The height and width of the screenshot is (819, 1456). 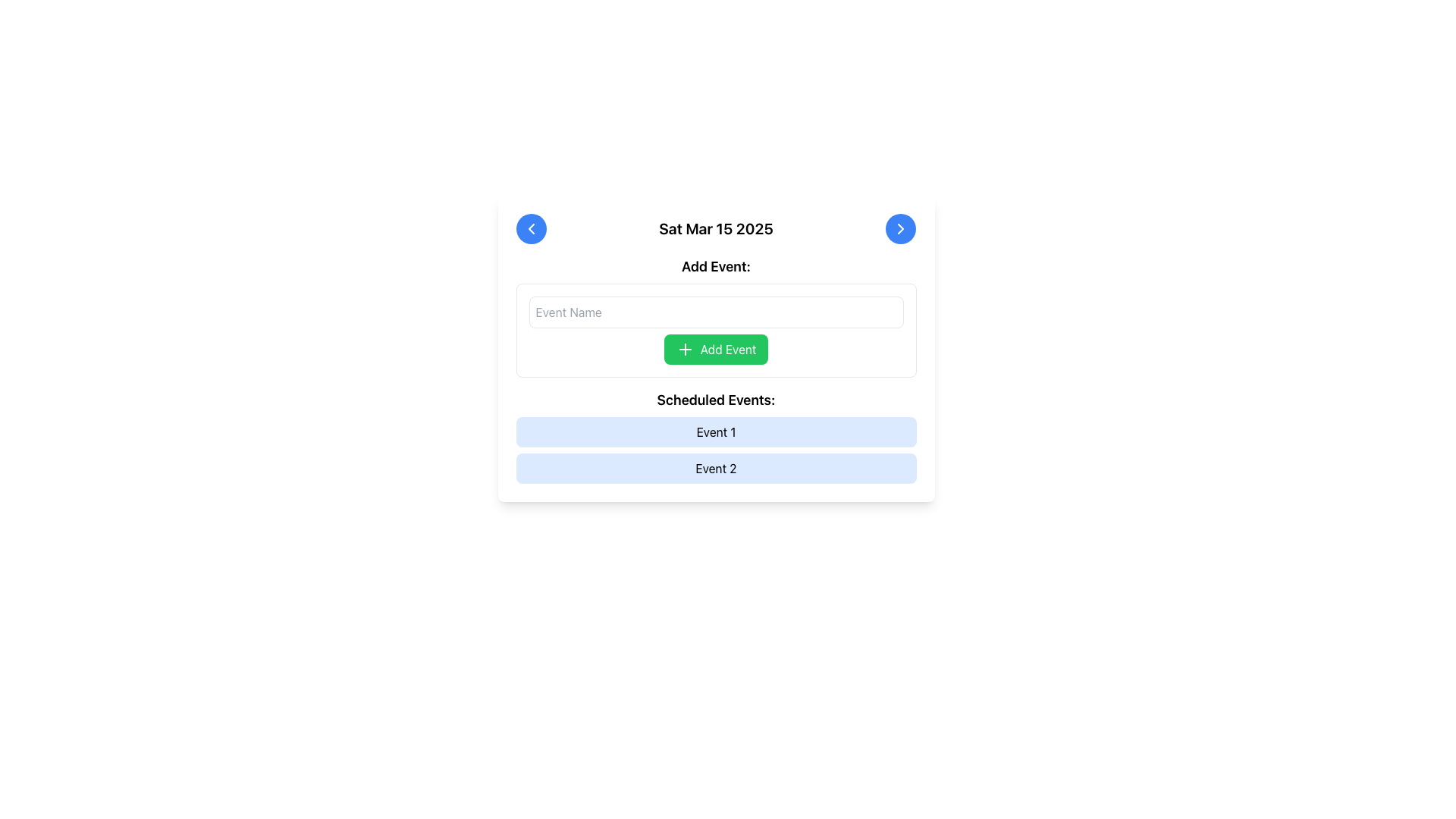 What do you see at coordinates (715, 436) in the screenshot?
I see `the Grouped Text Display element` at bounding box center [715, 436].